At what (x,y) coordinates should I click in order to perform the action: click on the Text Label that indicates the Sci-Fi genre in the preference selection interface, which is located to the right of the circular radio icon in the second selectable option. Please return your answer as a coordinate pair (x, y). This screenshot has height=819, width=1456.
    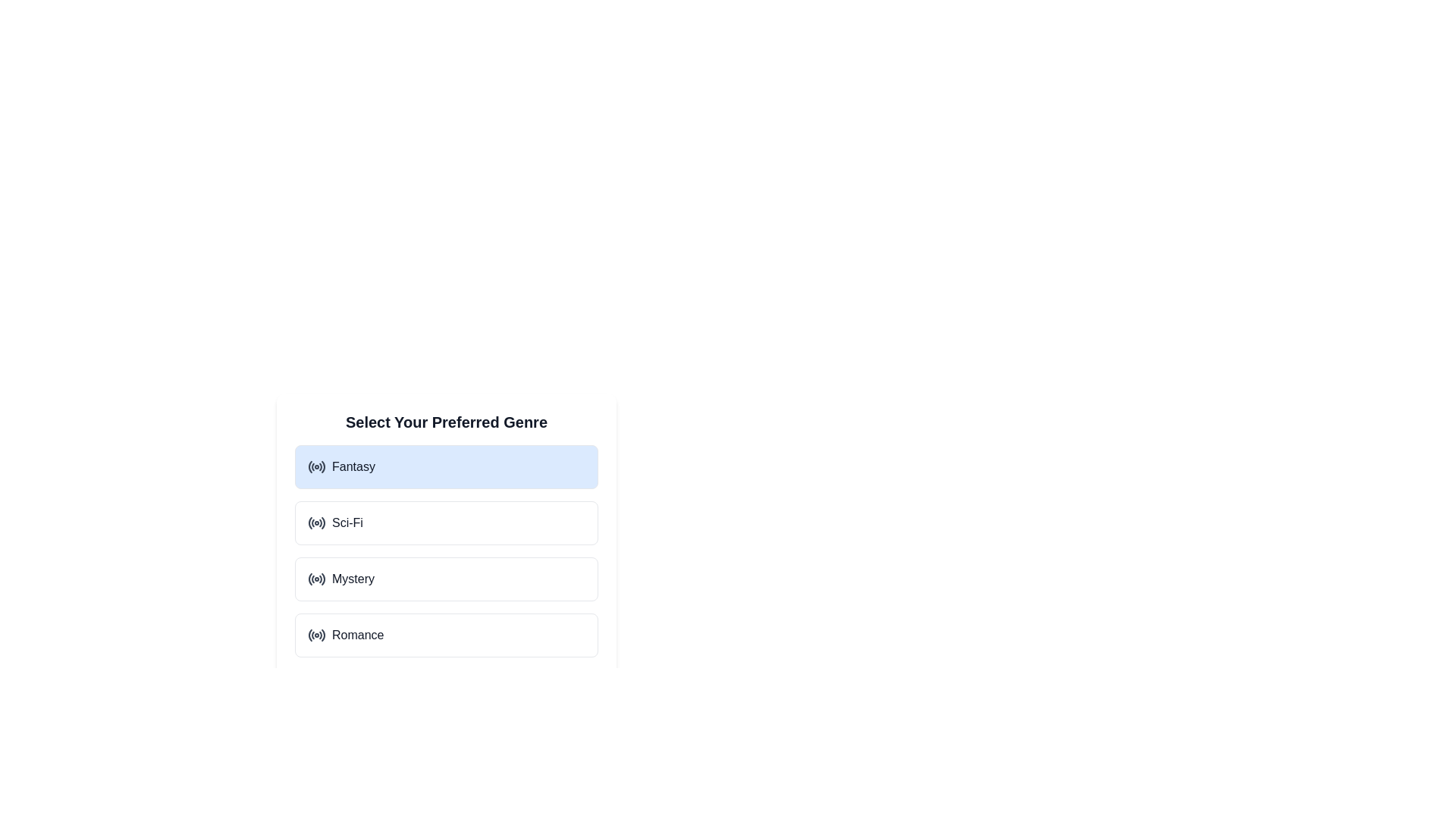
    Looking at the image, I should click on (347, 522).